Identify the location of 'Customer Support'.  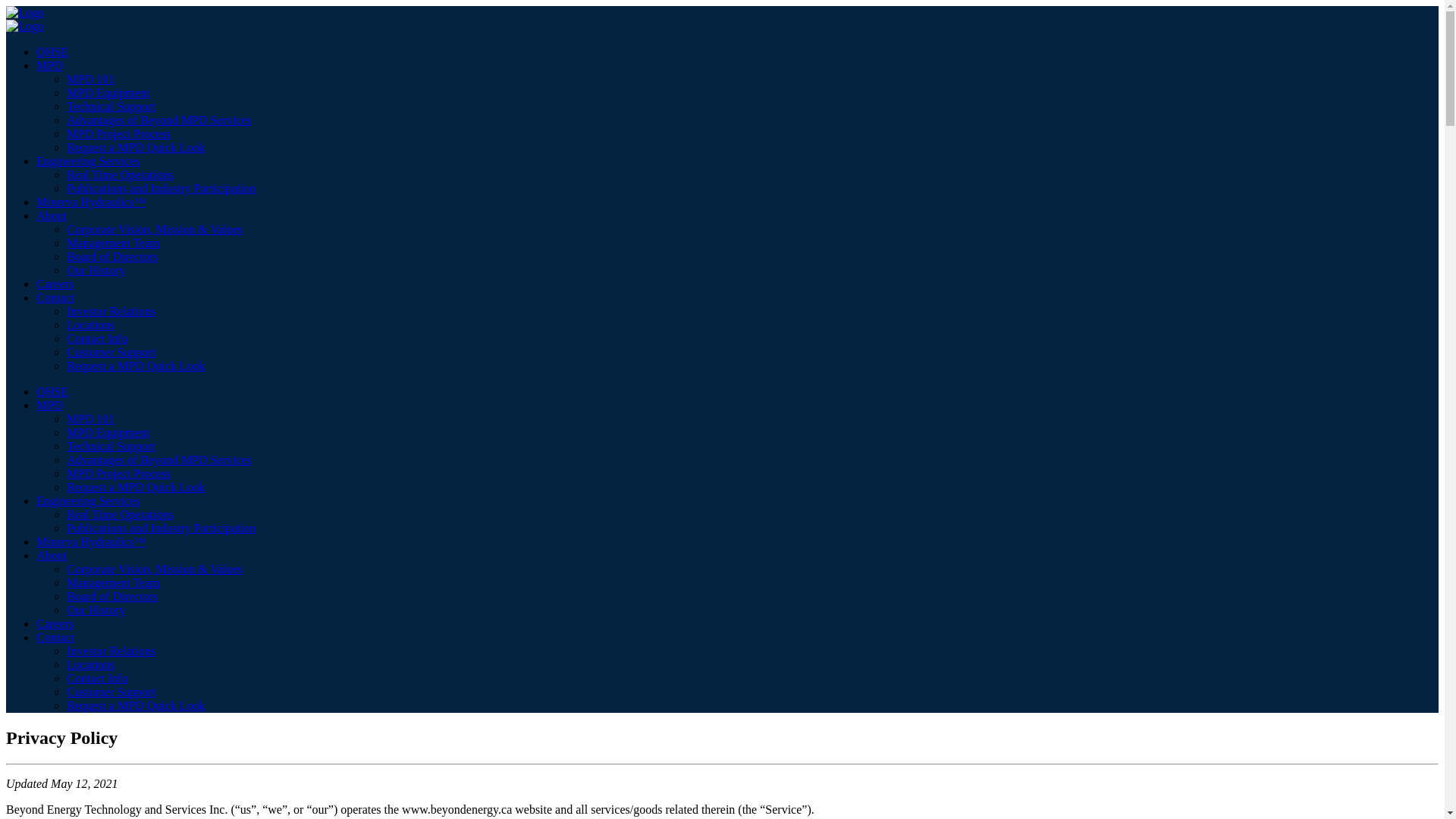
(110, 352).